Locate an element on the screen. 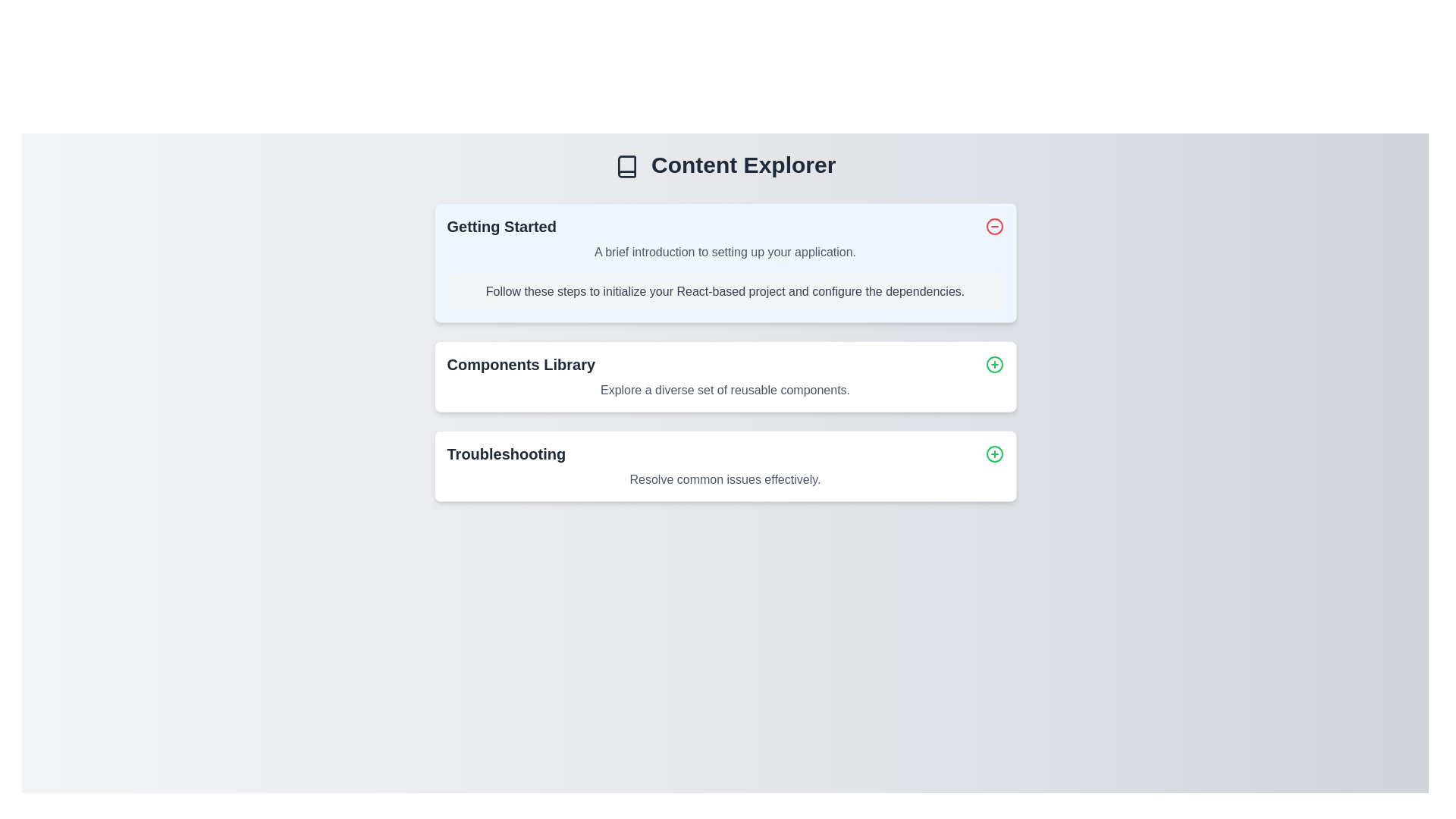  information provided in the 'Getting Started' informational card, which has a light blue background and is located under the 'Content Explorer' heading is located at coordinates (724, 262).